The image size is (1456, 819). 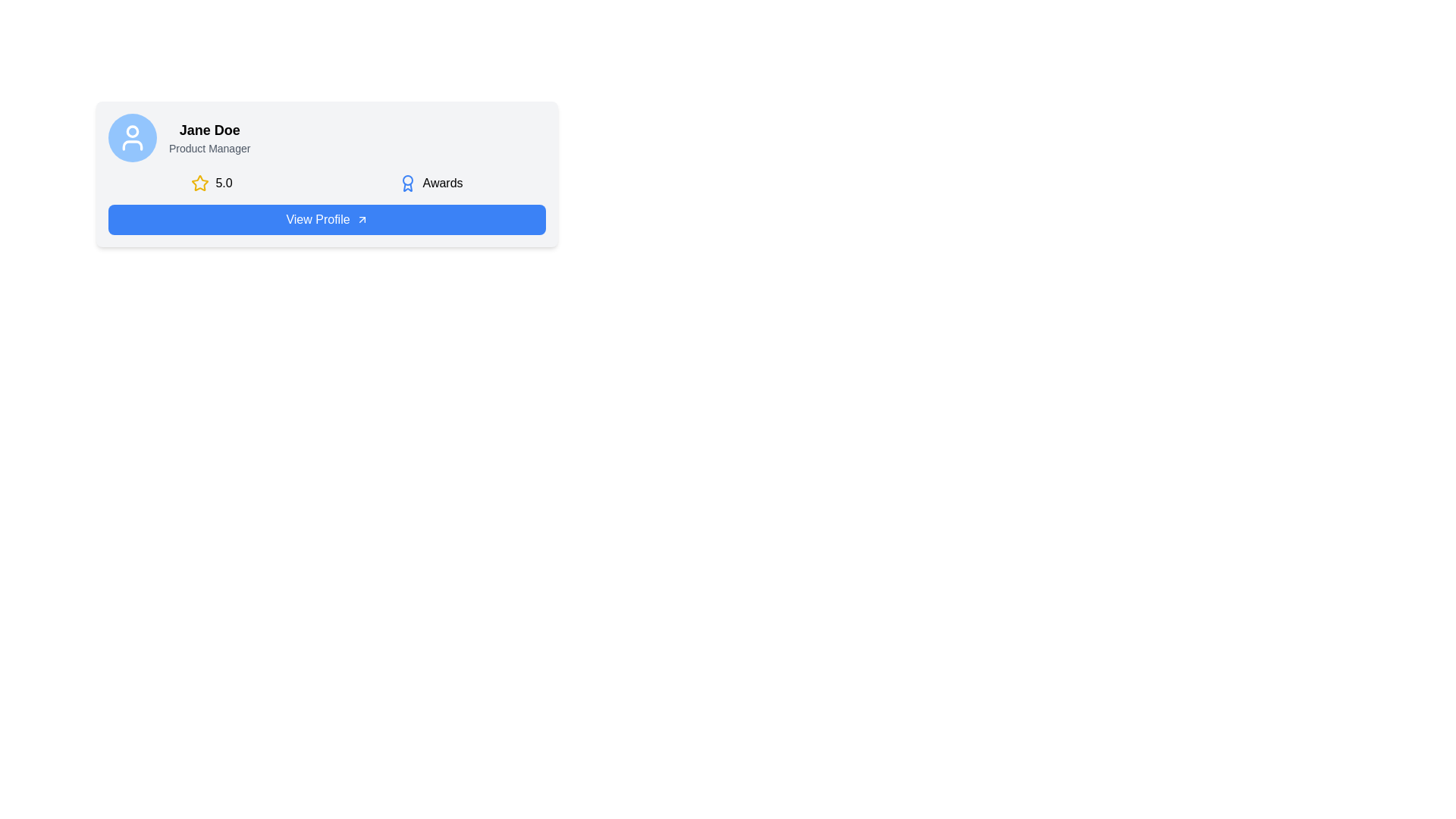 I want to click on the profile icon representing user-related information for 'Jane Doe', located at the top-left corner of the card-like component, so click(x=132, y=137).